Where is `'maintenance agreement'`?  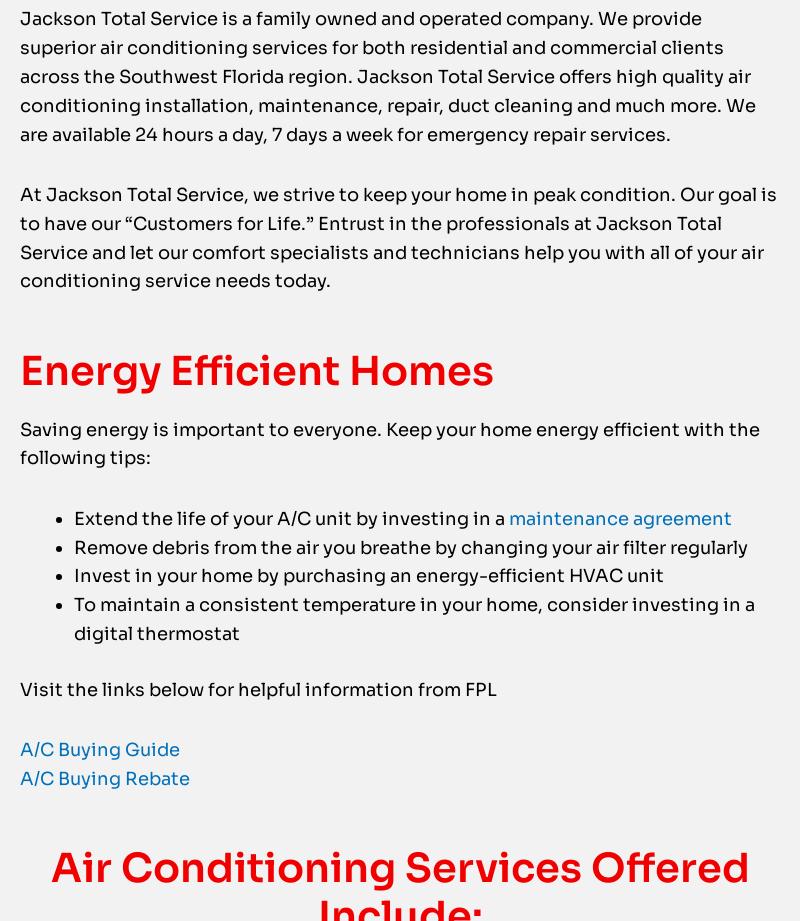
'maintenance agreement' is located at coordinates (507, 557).